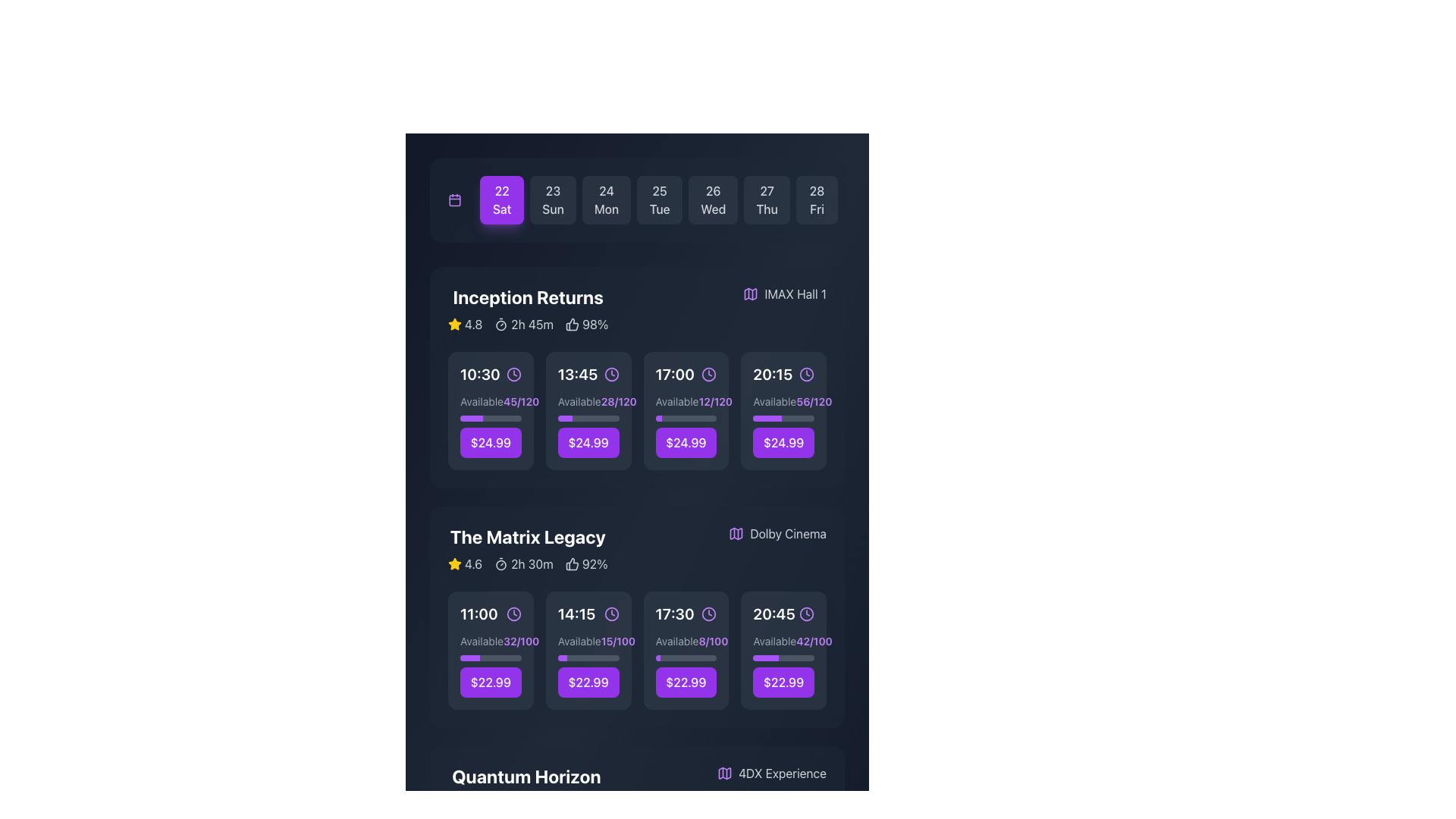  Describe the element at coordinates (481, 641) in the screenshot. I see `the text label that displays 'Available' in gray font, located above the progress bar in the movie showing slot interface` at that location.